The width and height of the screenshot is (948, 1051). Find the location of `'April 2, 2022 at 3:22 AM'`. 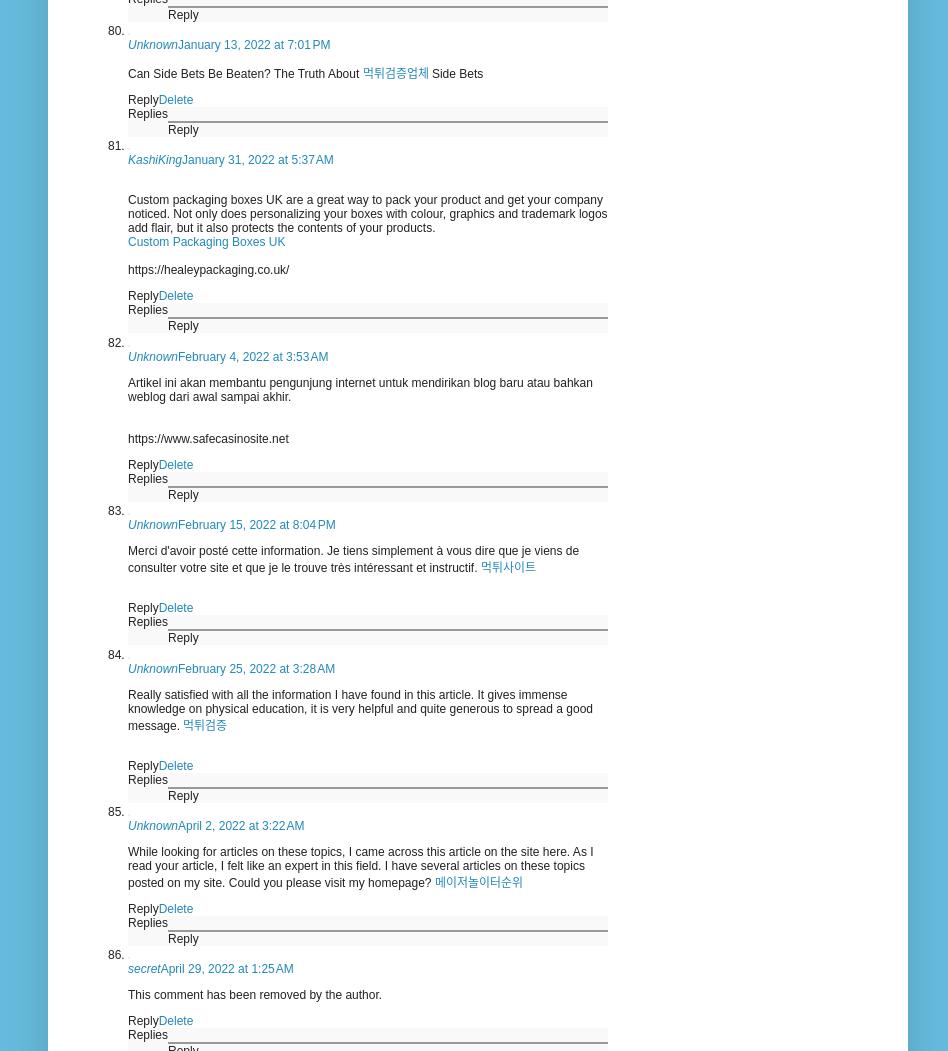

'April 2, 2022 at 3:22 AM' is located at coordinates (240, 825).